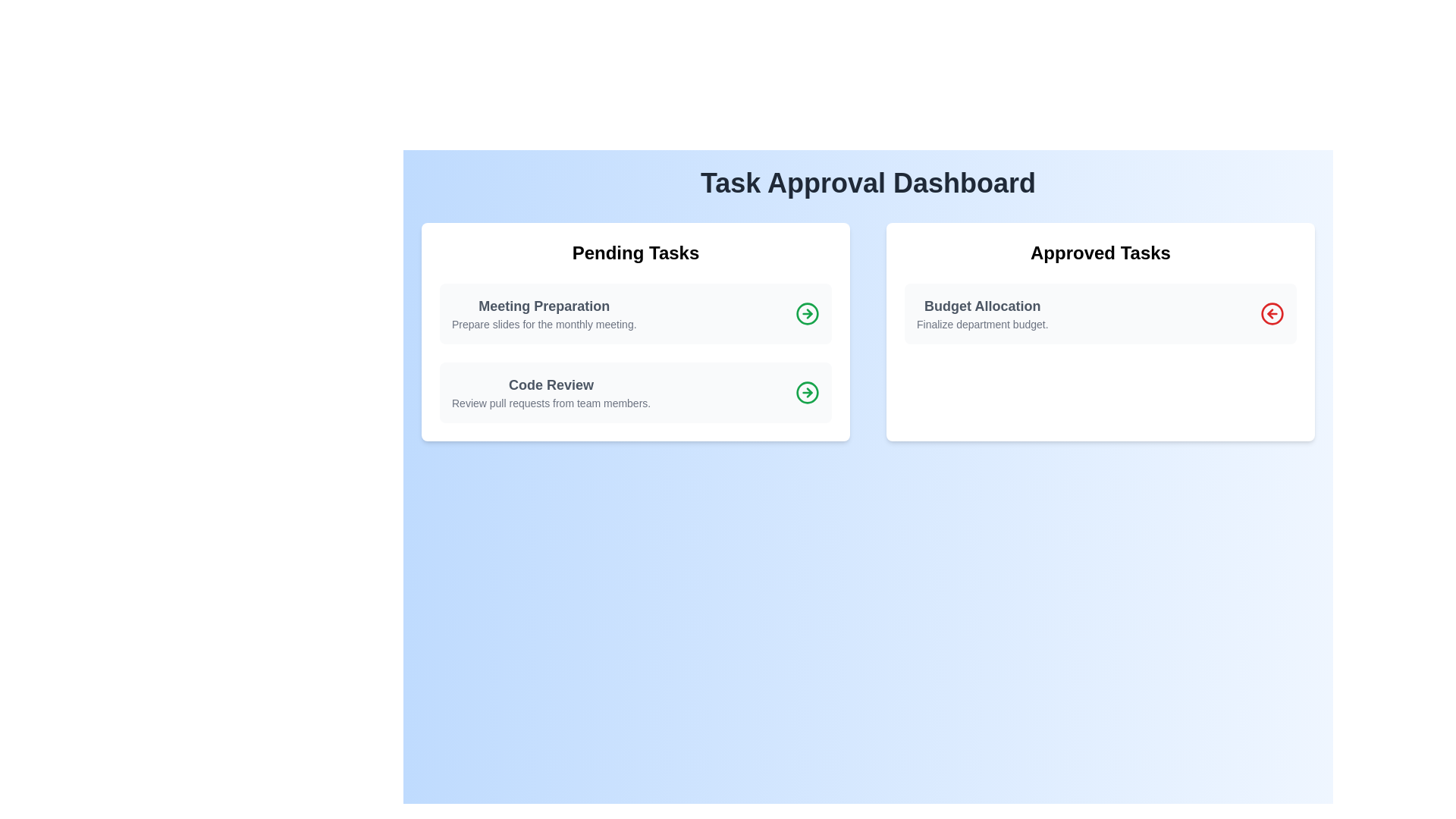 Image resolution: width=1456 pixels, height=819 pixels. I want to click on the circular button with a green border and white interior, featuring a green rightward-pointing arrow, located in the second row of the 'Pending Tasks' section for accessibility purposes, so click(807, 391).